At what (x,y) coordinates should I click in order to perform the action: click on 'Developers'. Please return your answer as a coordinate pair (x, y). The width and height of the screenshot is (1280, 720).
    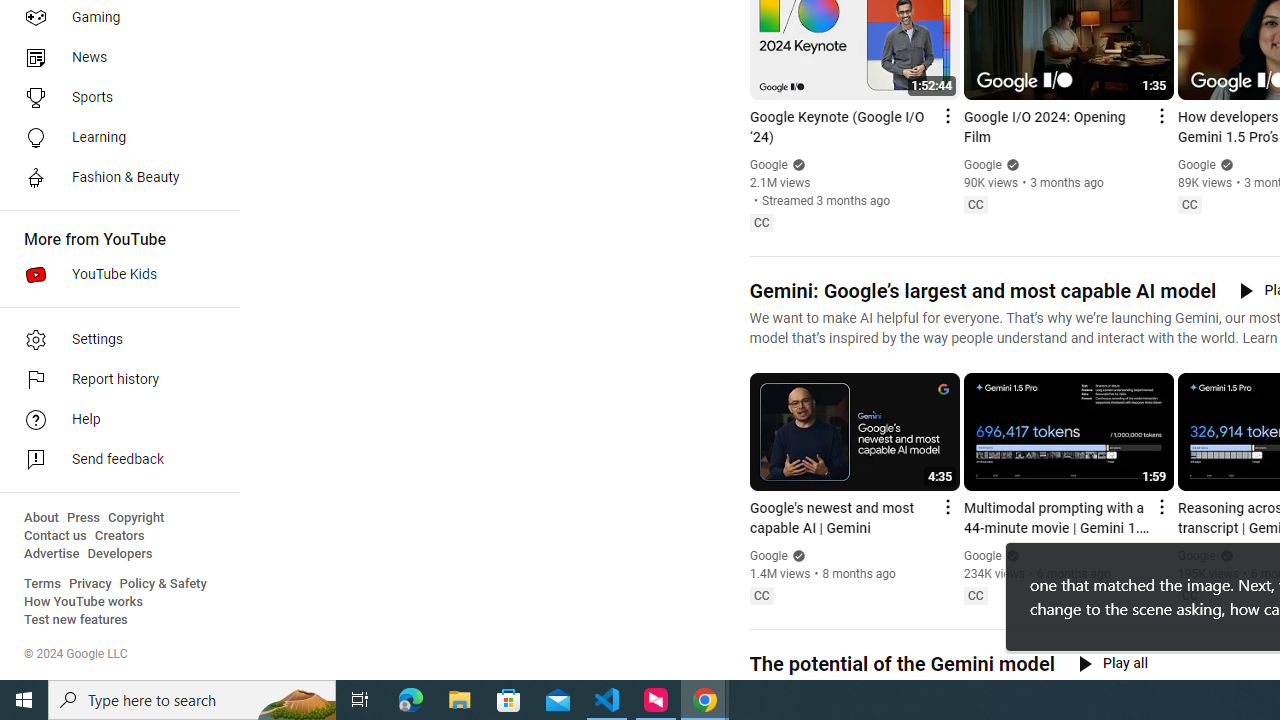
    Looking at the image, I should click on (119, 554).